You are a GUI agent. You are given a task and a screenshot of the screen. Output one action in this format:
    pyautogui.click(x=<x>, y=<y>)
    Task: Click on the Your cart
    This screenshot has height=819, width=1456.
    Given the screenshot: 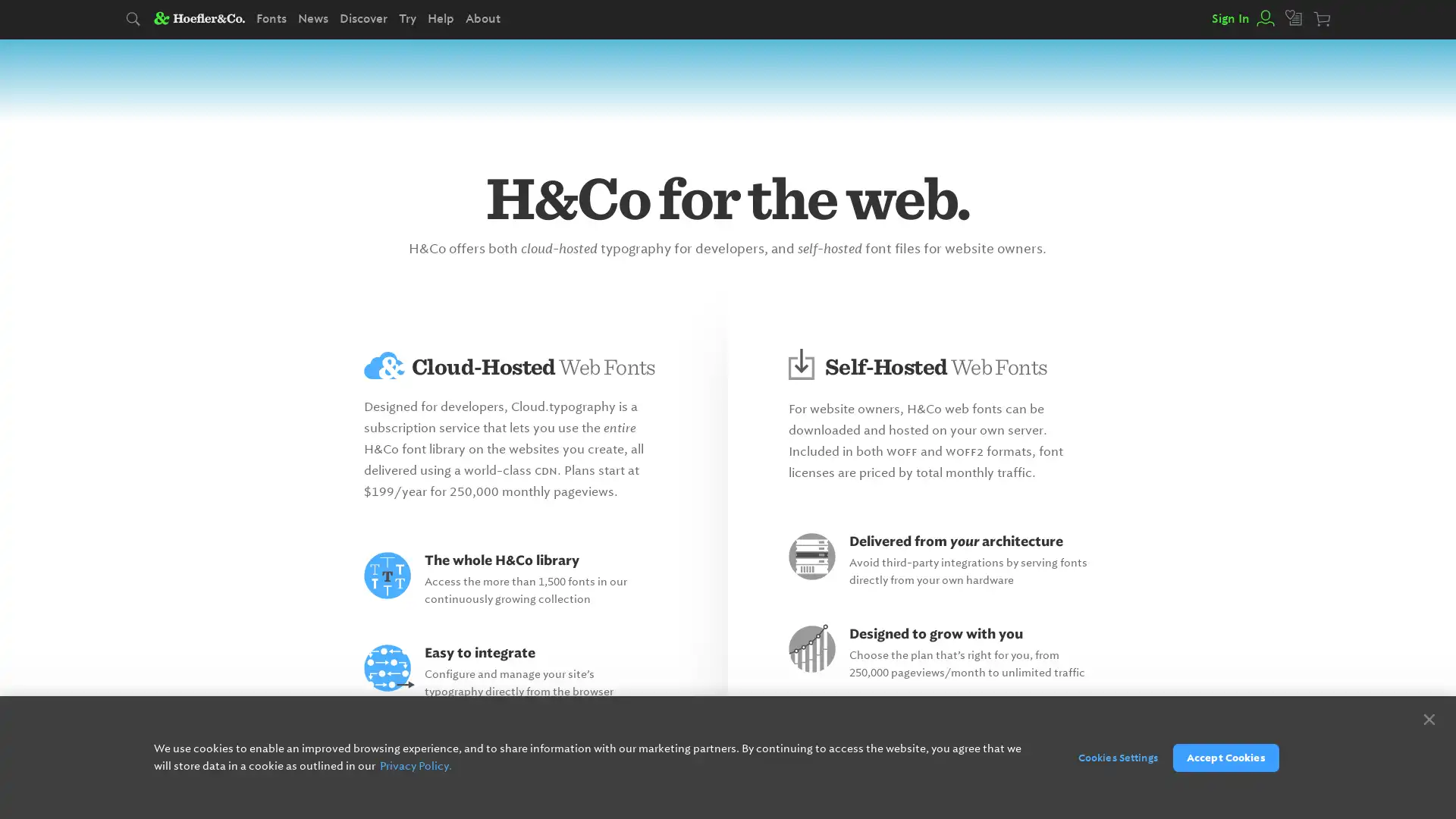 What is the action you would take?
    pyautogui.click(x=1323, y=20)
    